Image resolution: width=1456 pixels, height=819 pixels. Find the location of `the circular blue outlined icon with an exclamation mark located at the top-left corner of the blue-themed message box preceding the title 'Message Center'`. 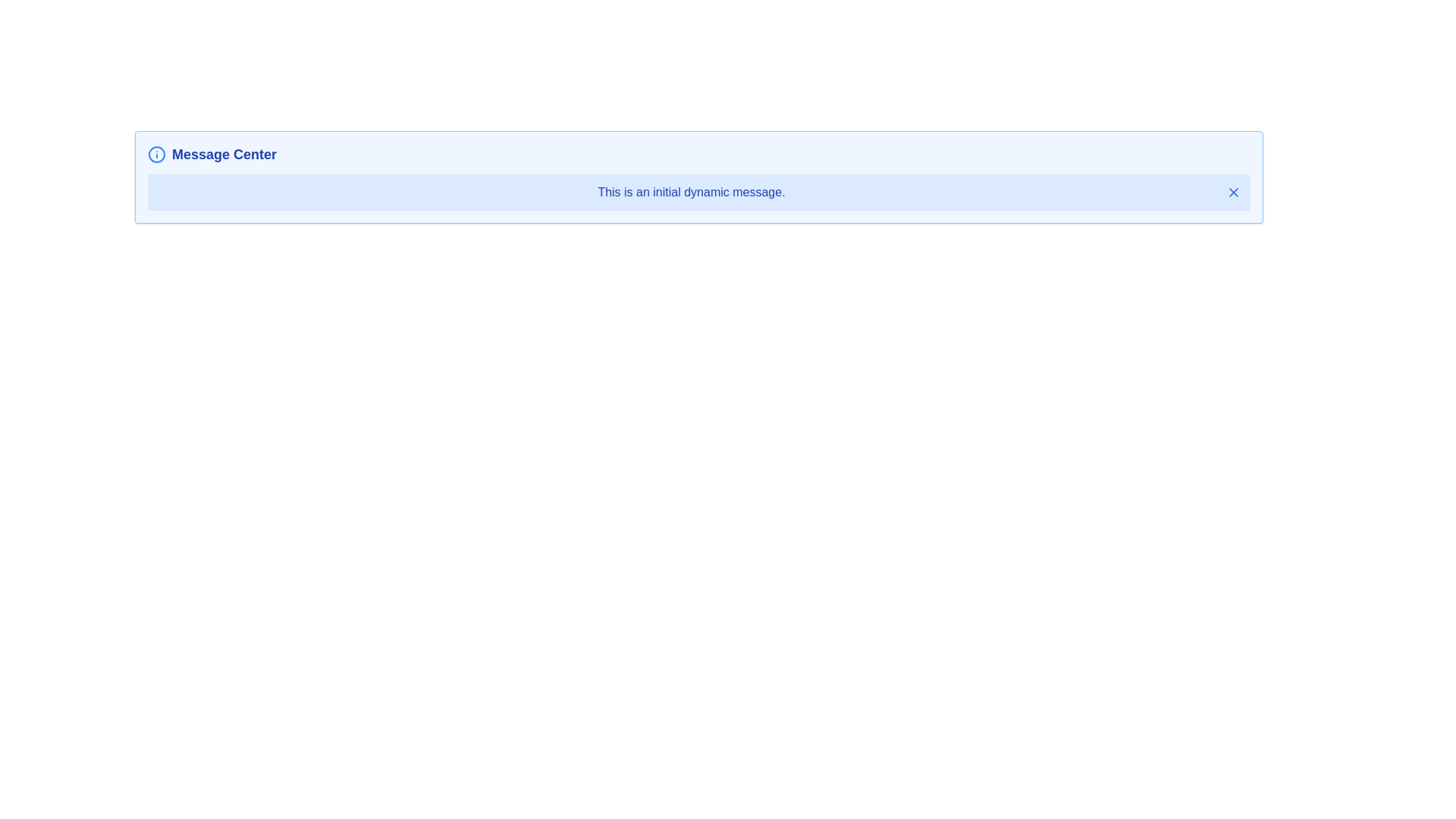

the circular blue outlined icon with an exclamation mark located at the top-left corner of the blue-themed message box preceding the title 'Message Center' is located at coordinates (156, 155).